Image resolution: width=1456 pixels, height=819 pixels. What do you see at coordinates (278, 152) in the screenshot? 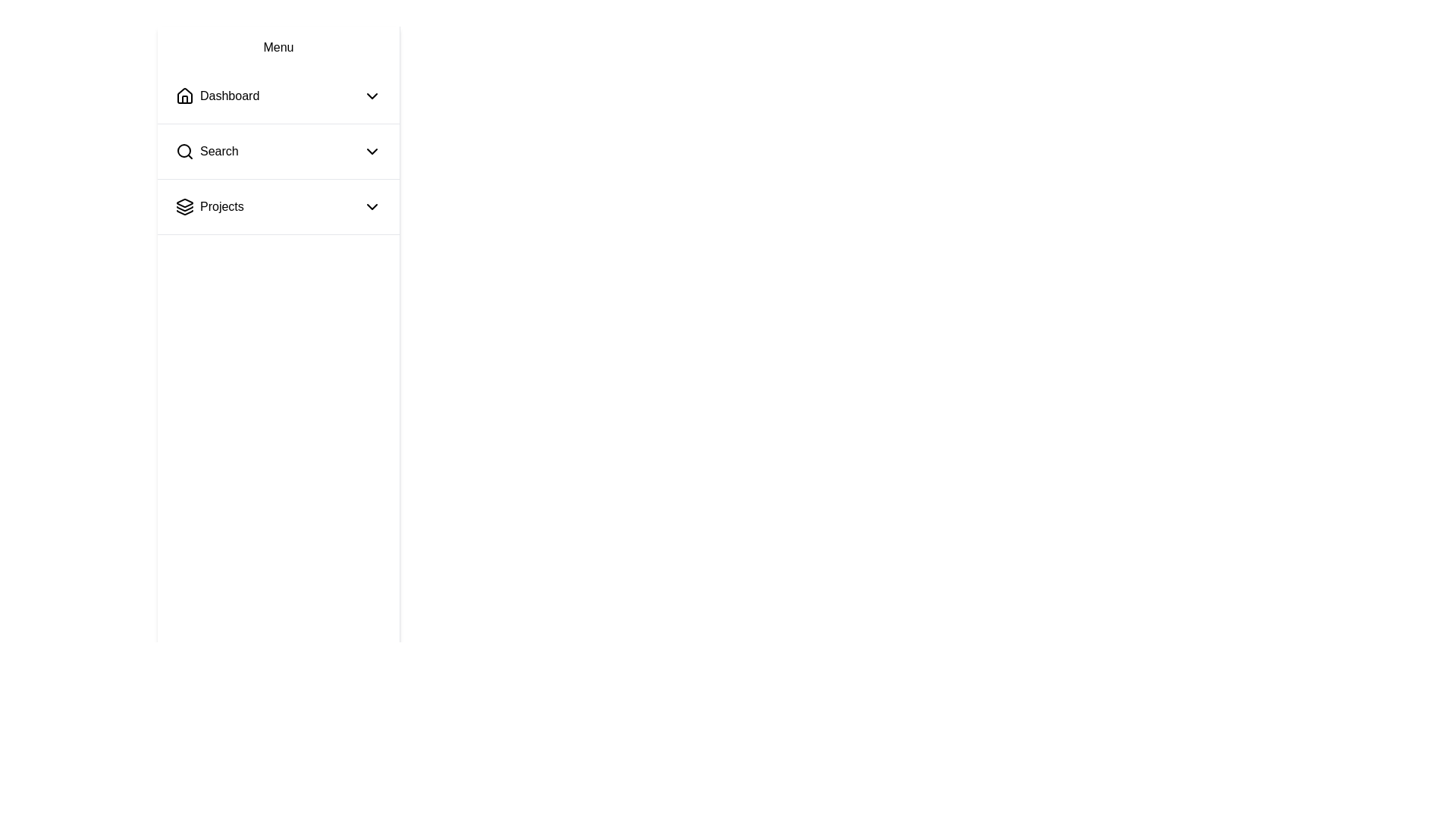
I see `the second item in the vertical menu list, which is positioned below the 'Dashboard' item and above the 'Projects' item` at bounding box center [278, 152].